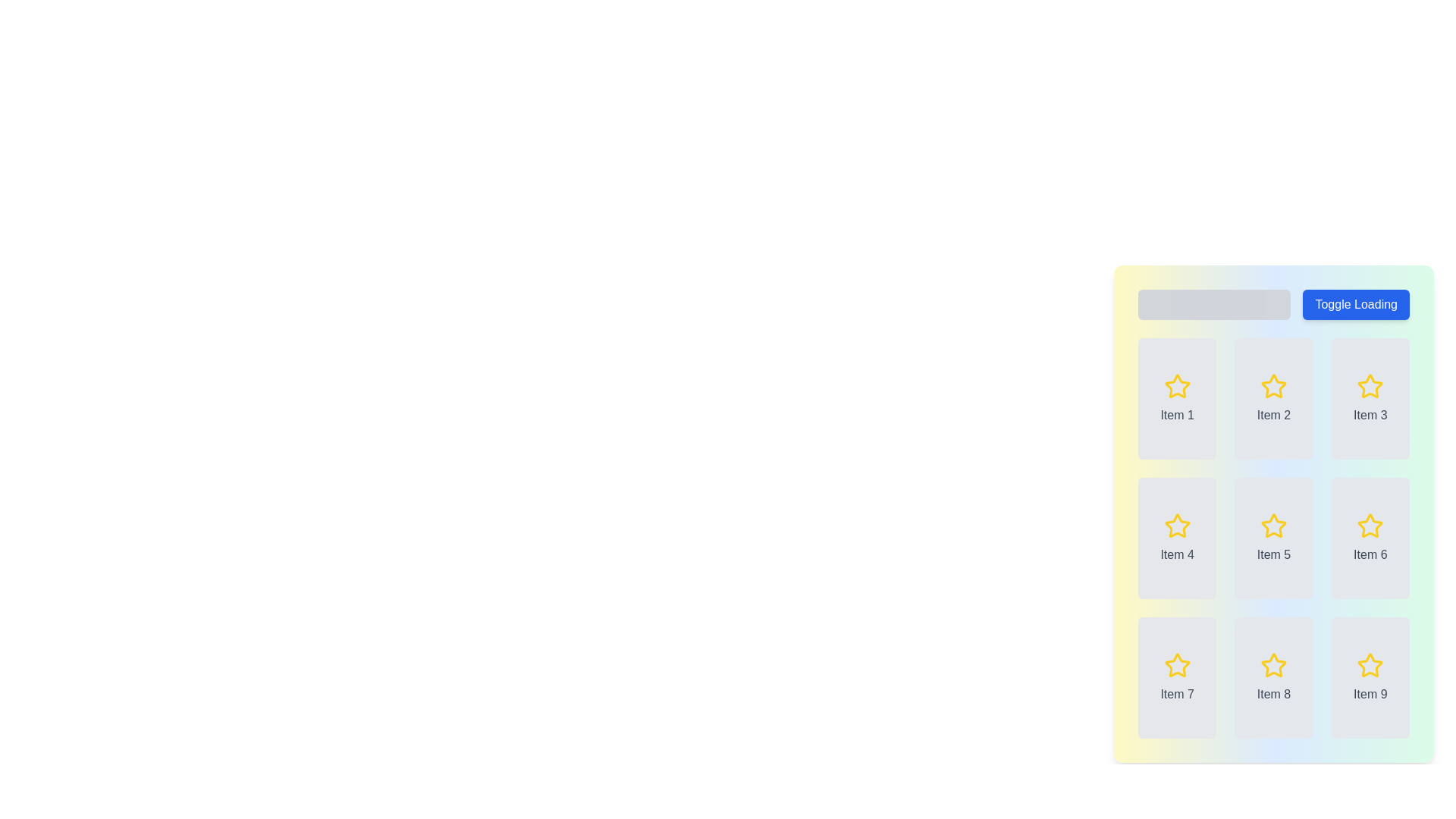  I want to click on text of the Text Label displaying 'Item 7', which is styled in medium weight and gray color, located in the first column of the grid under a yellow star icon, so click(1176, 694).